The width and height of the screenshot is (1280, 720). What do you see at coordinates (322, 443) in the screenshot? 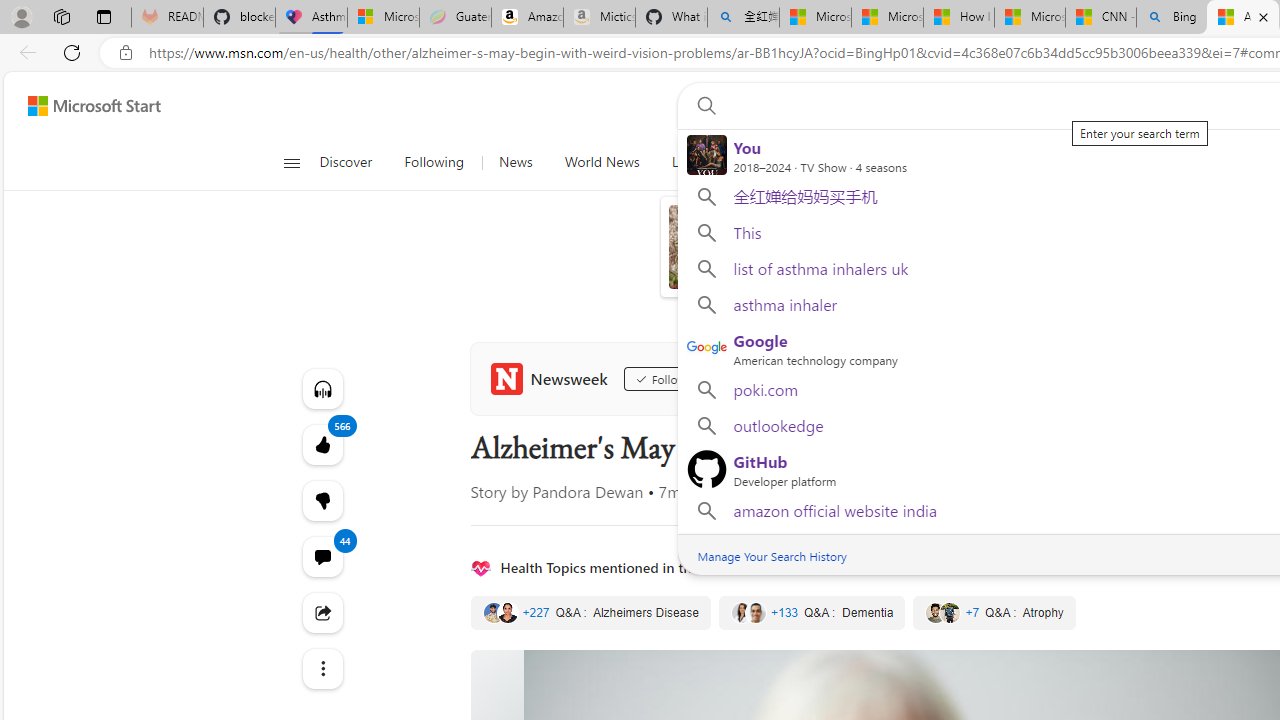
I see `'566 Like'` at bounding box center [322, 443].